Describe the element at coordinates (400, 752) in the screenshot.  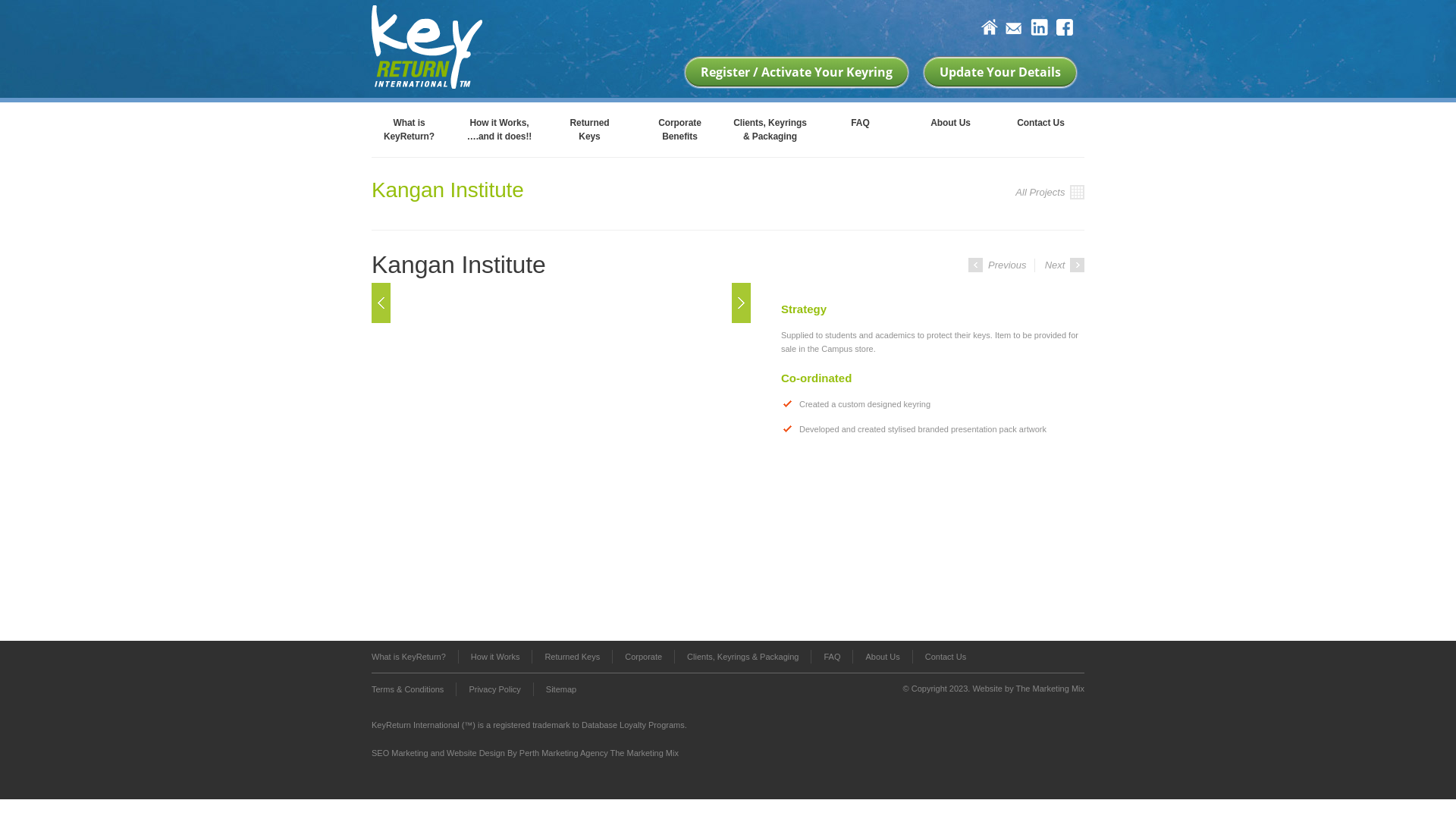
I see `'SEO Marketing'` at that location.